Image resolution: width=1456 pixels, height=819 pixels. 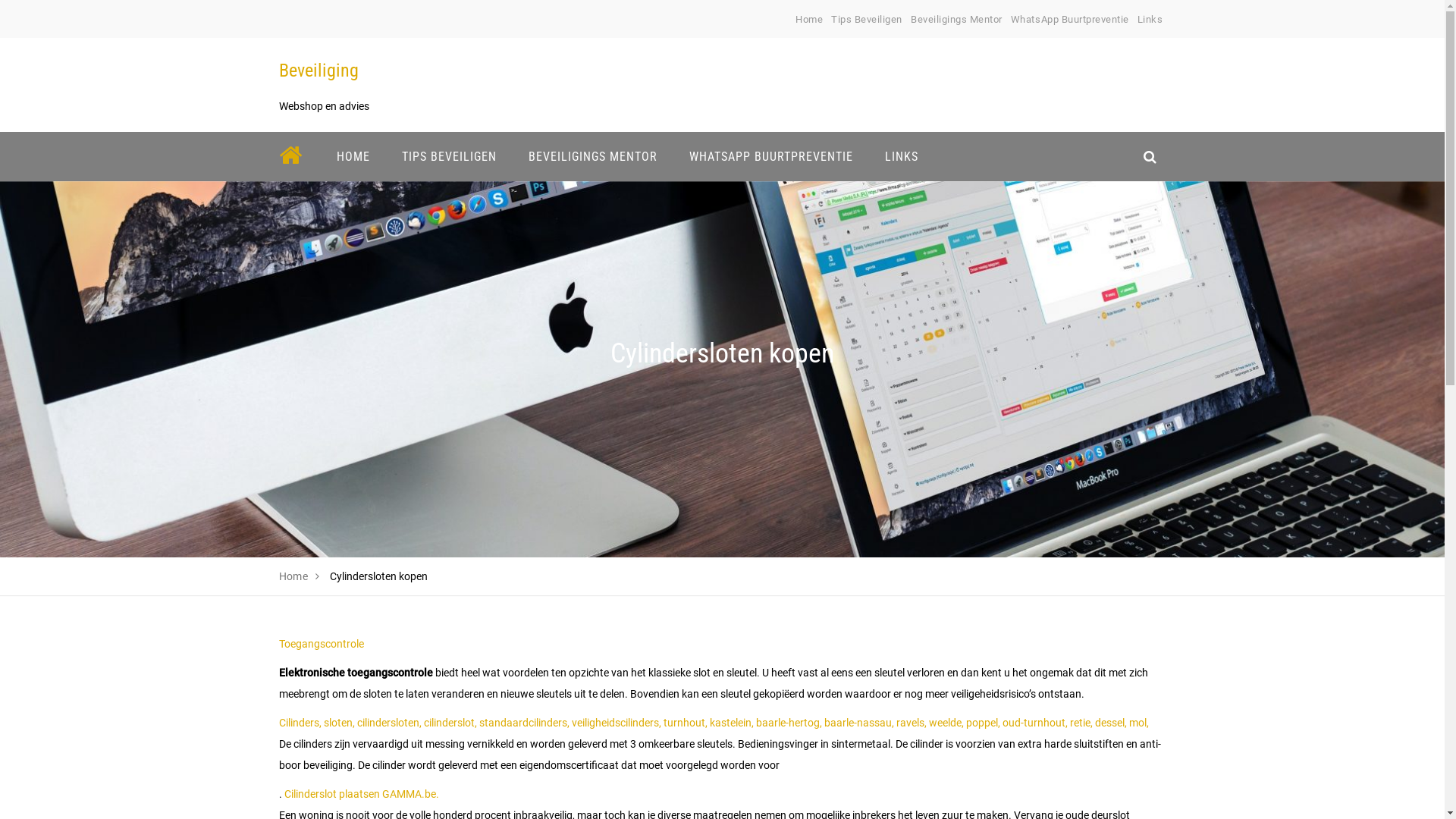 What do you see at coordinates (955, 19) in the screenshot?
I see `'Beveiligings Mentor'` at bounding box center [955, 19].